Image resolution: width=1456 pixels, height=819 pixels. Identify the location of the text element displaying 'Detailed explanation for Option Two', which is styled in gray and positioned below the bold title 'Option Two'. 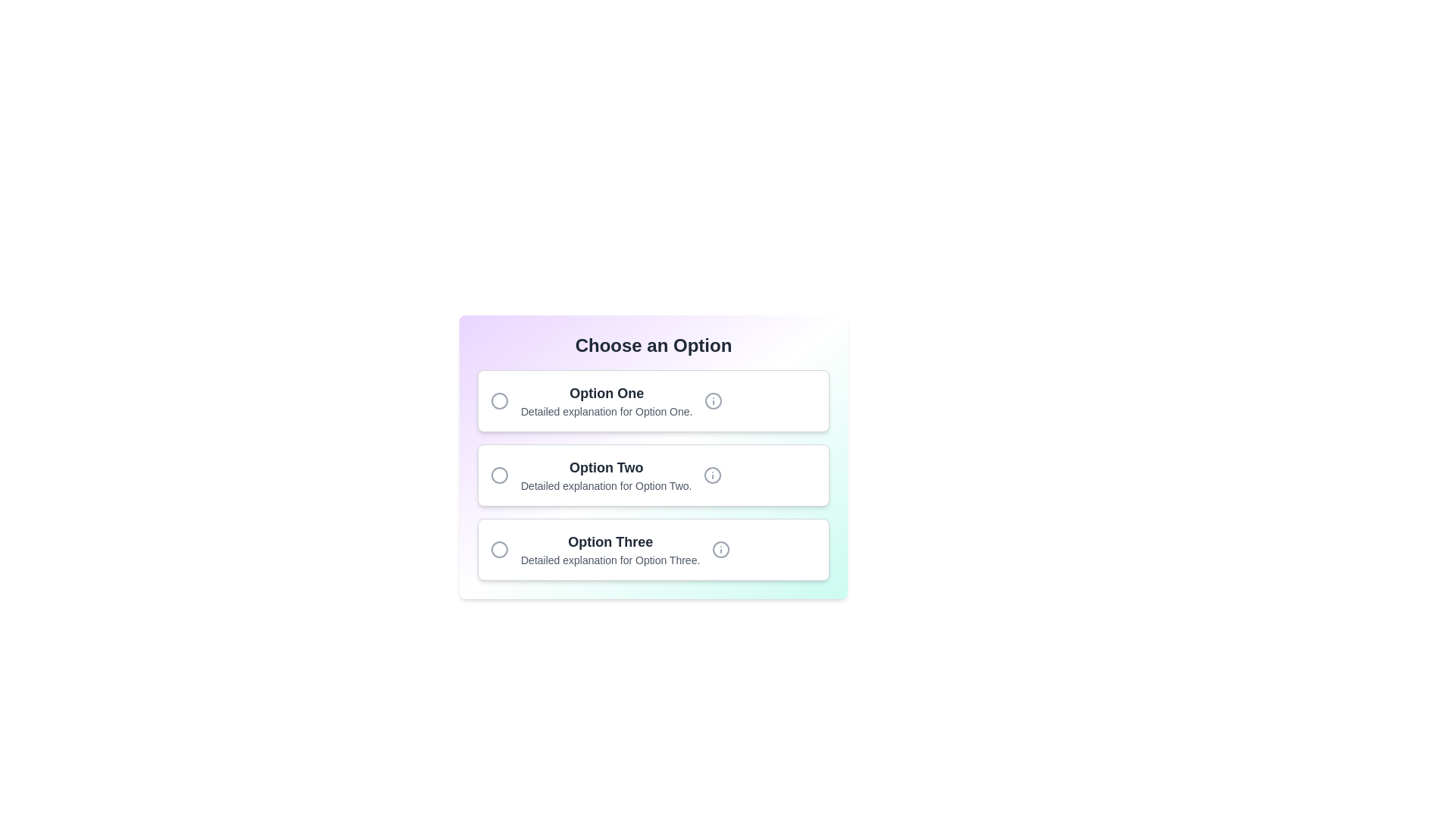
(605, 485).